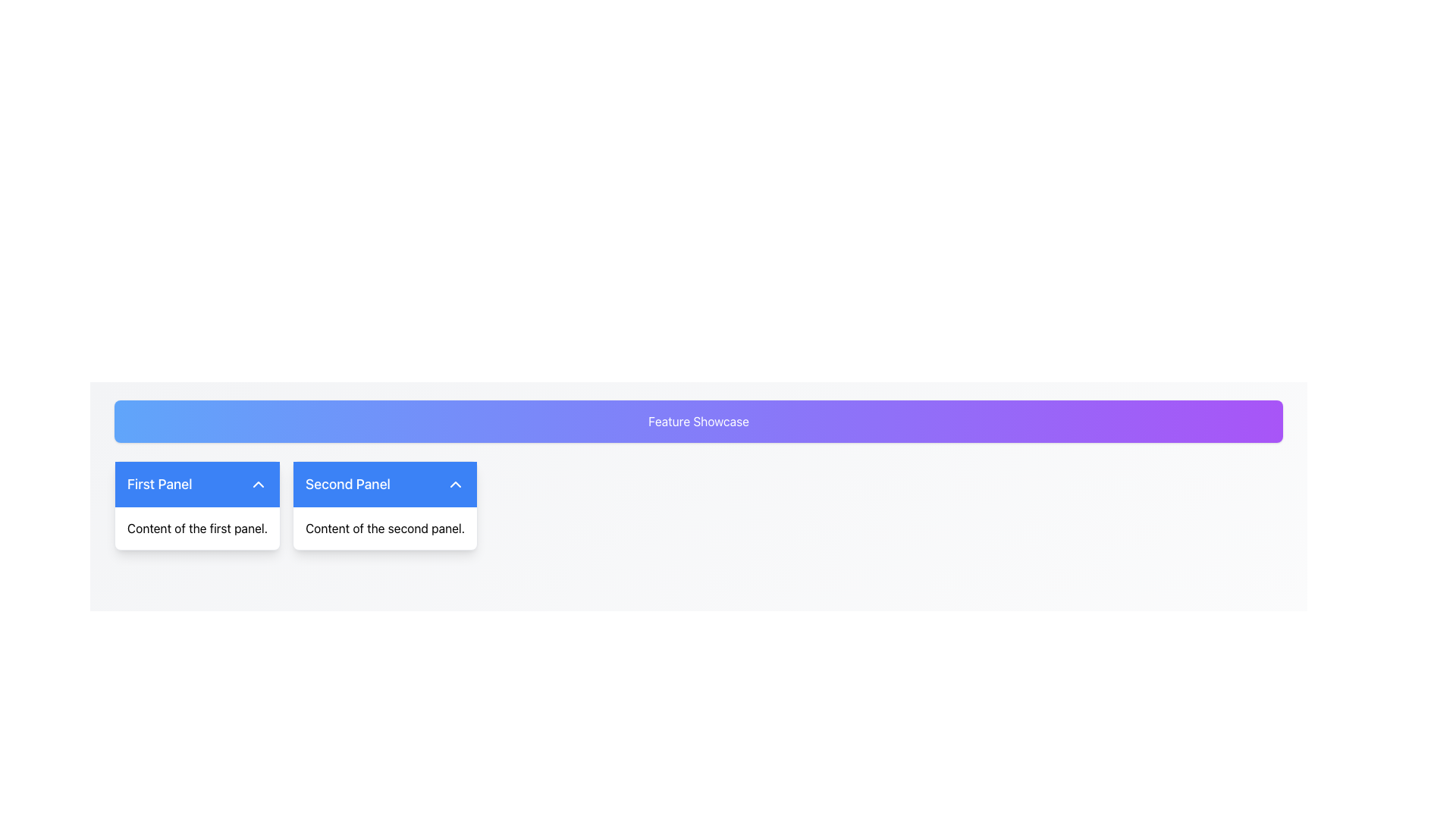  What do you see at coordinates (196, 506) in the screenshot?
I see `the Collapsible Panel with the blue header labeled 'First Panel'` at bounding box center [196, 506].